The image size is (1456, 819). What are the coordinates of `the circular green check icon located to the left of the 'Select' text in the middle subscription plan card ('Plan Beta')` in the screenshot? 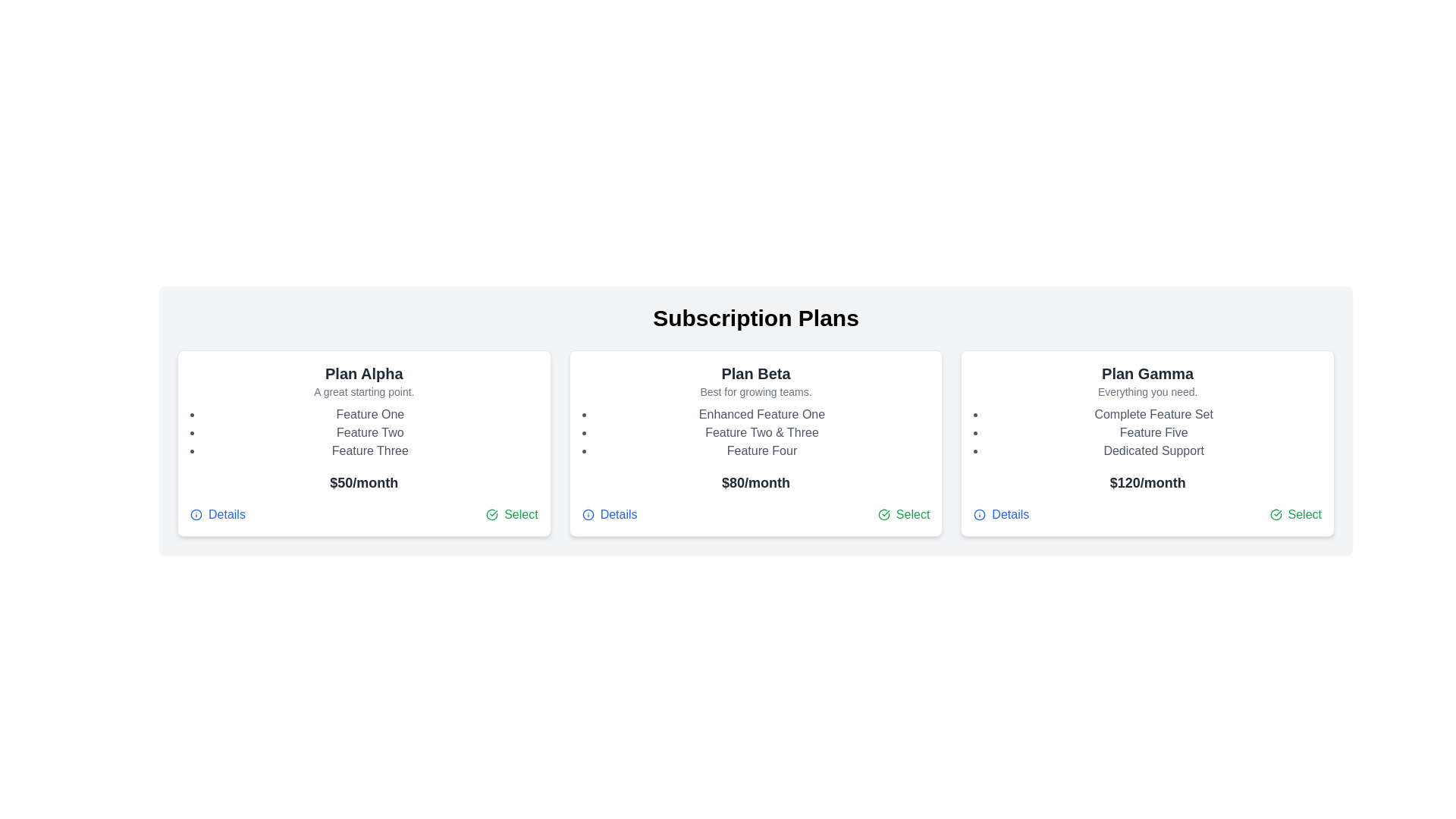 It's located at (883, 513).